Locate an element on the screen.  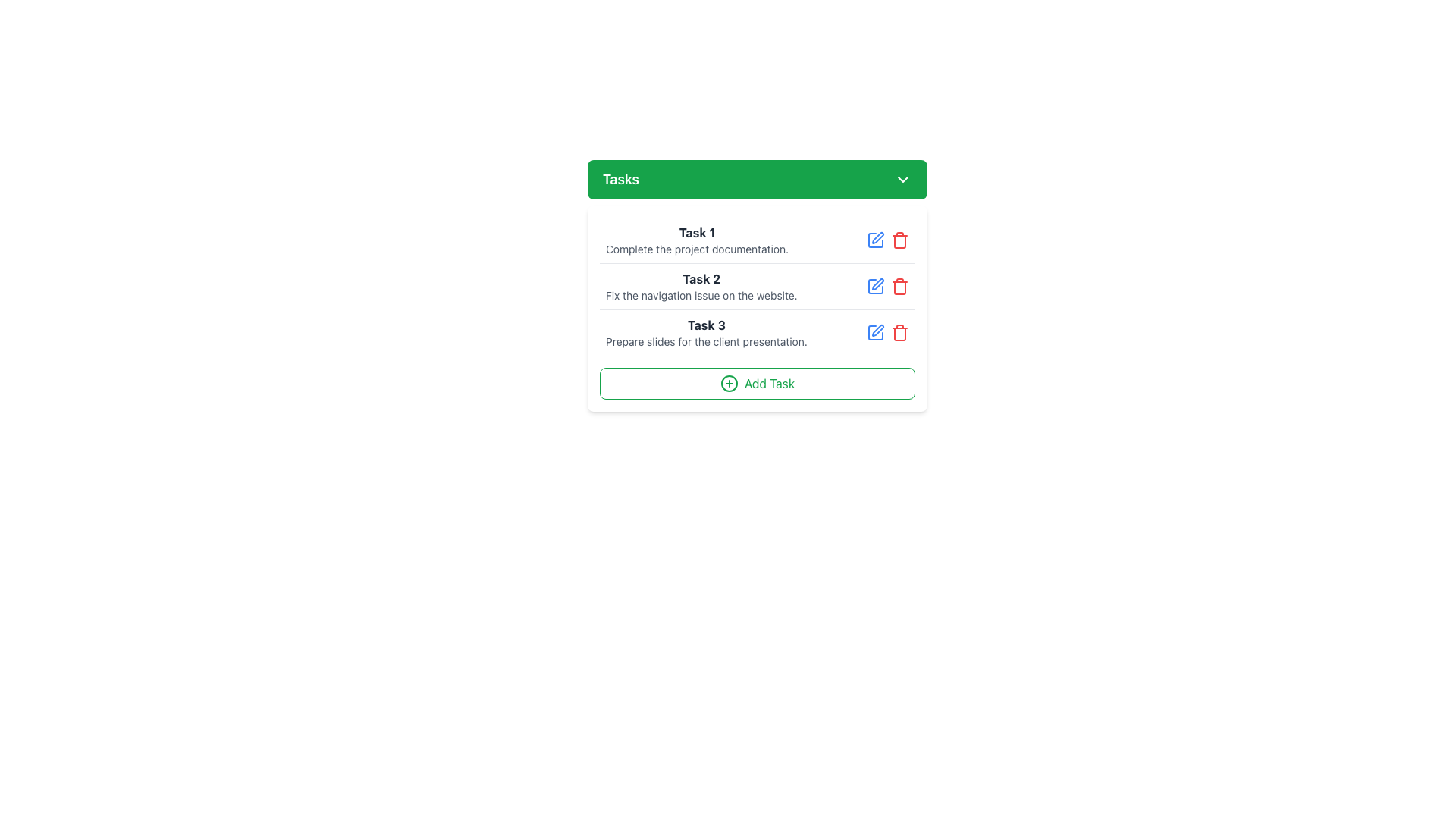
the blue edit icon button located to the right of the text 'Task 1' in the task list is located at coordinates (876, 239).